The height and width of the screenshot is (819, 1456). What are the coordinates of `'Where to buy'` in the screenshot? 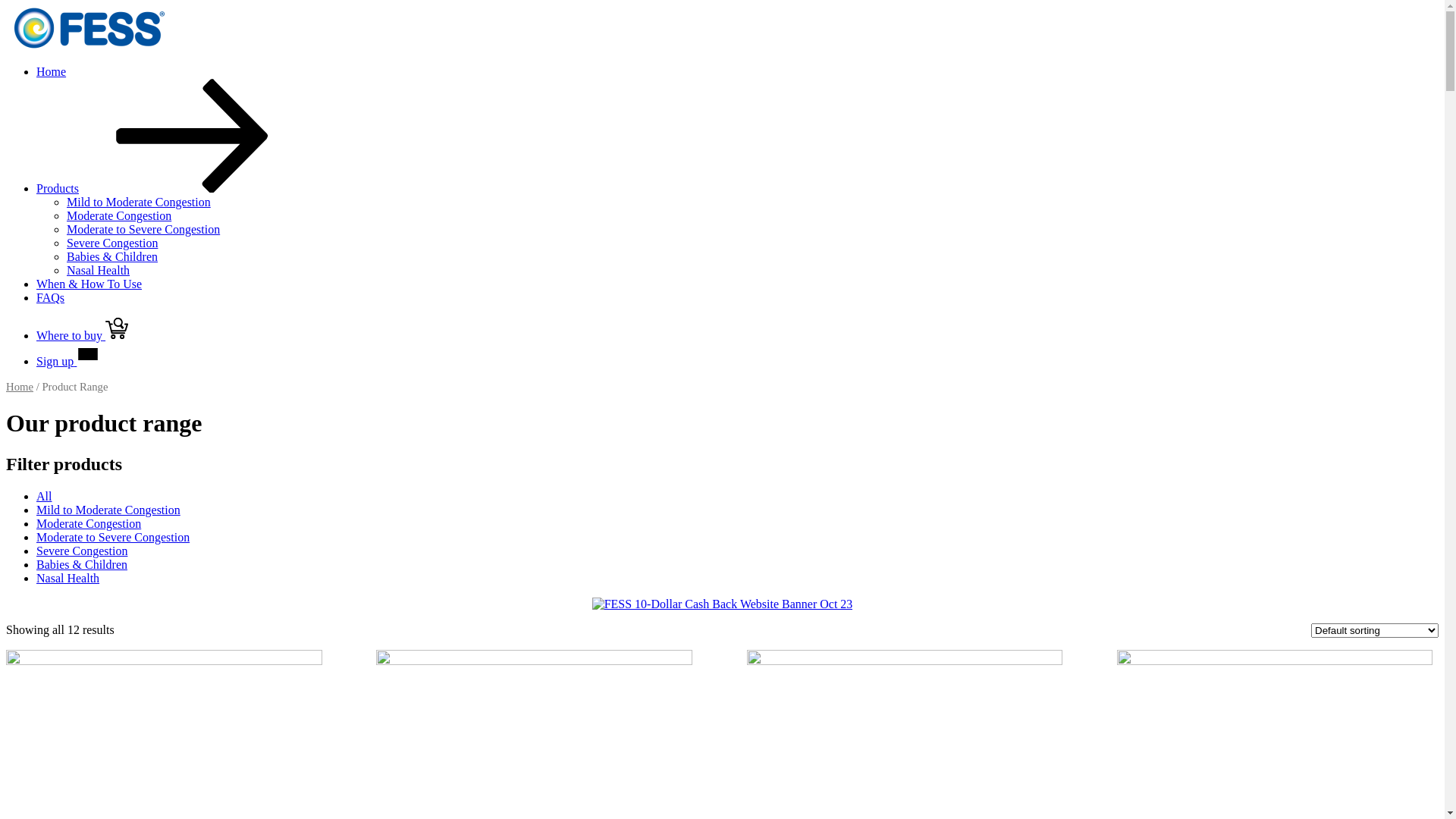 It's located at (81, 334).